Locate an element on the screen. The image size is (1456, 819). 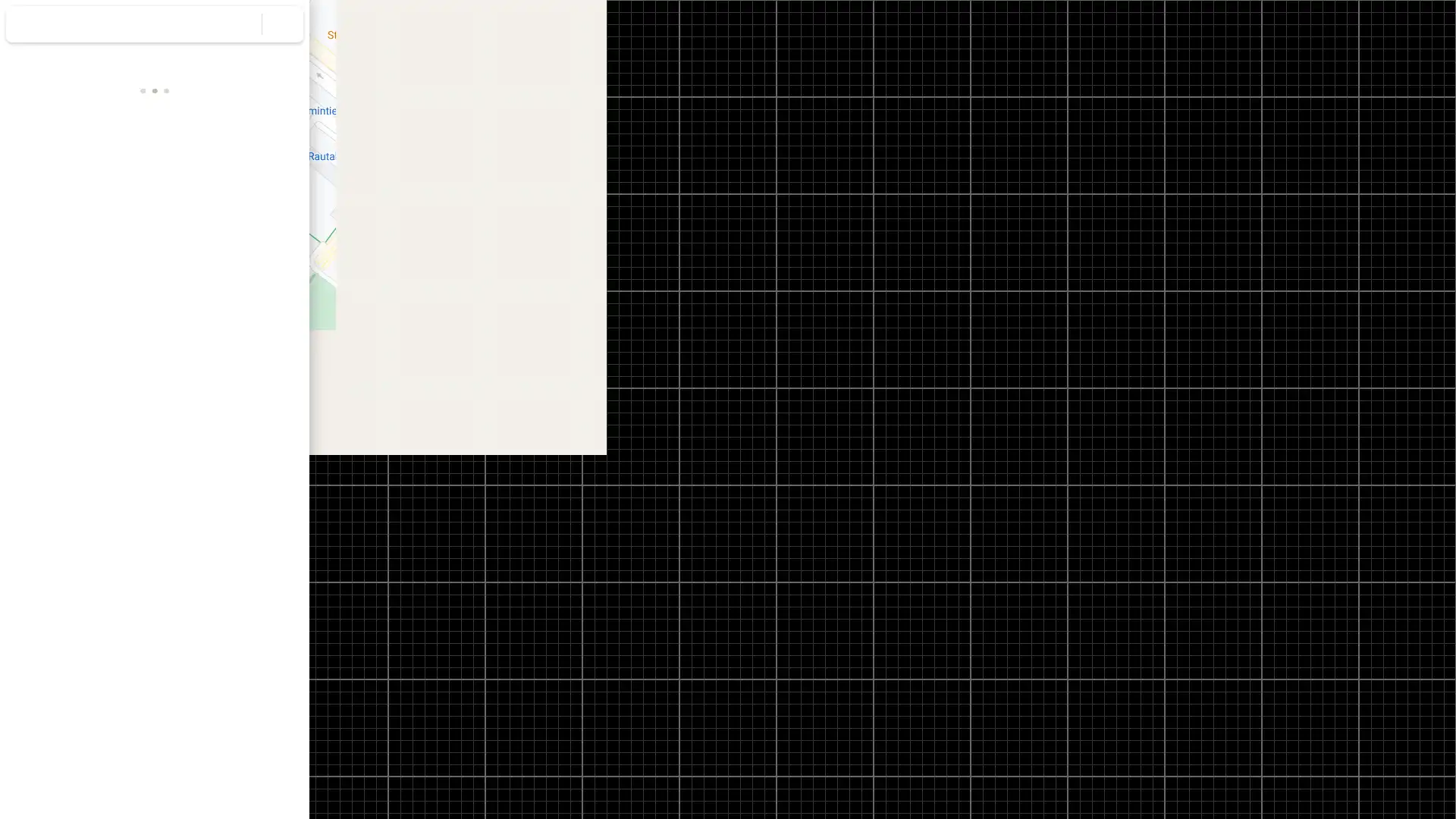
Directions to Elimaenkatu 27 is located at coordinates (43, 259).